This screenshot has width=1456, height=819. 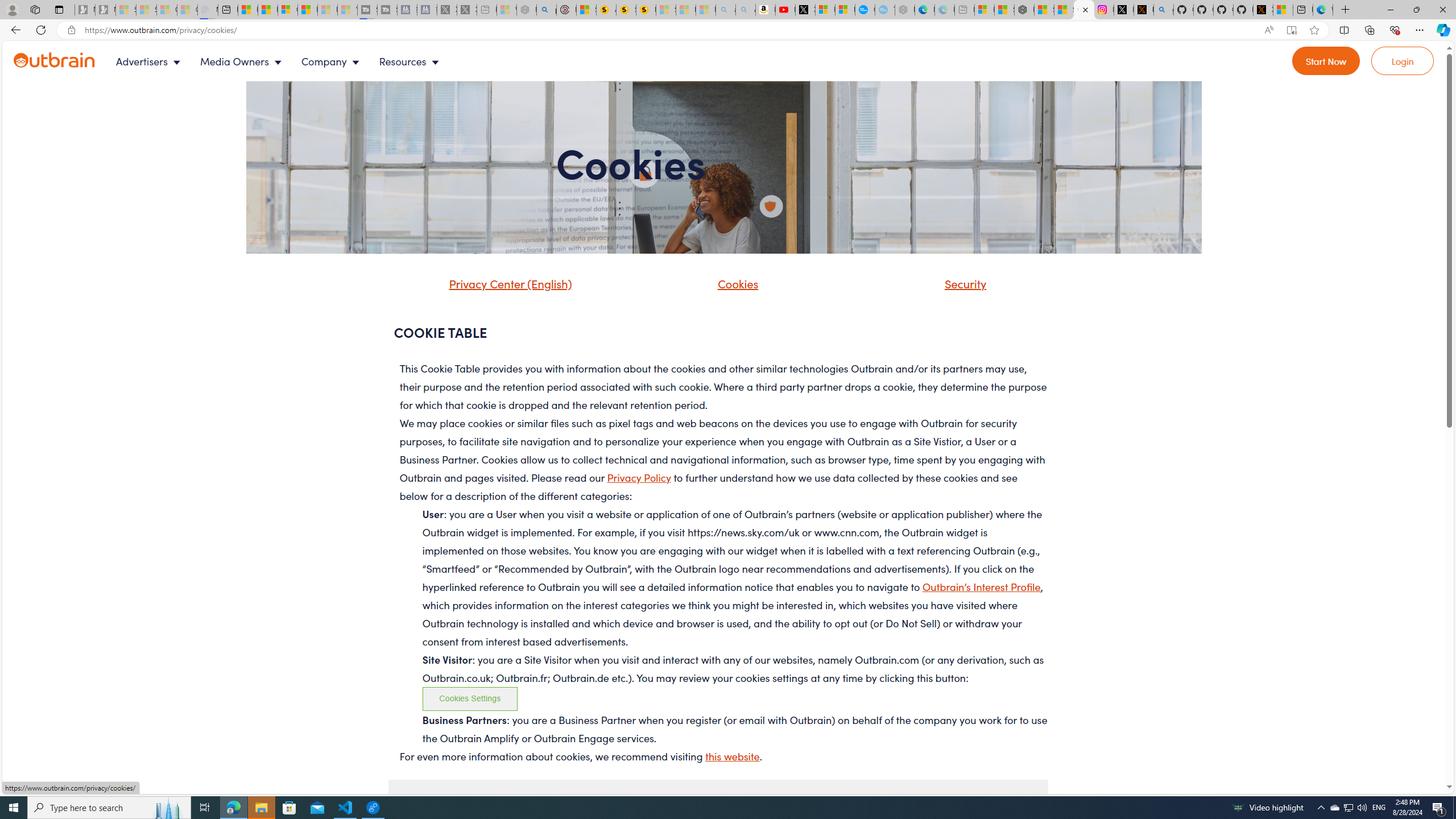 What do you see at coordinates (1262, 9) in the screenshot?
I see `'X Privacy Policy'` at bounding box center [1262, 9].